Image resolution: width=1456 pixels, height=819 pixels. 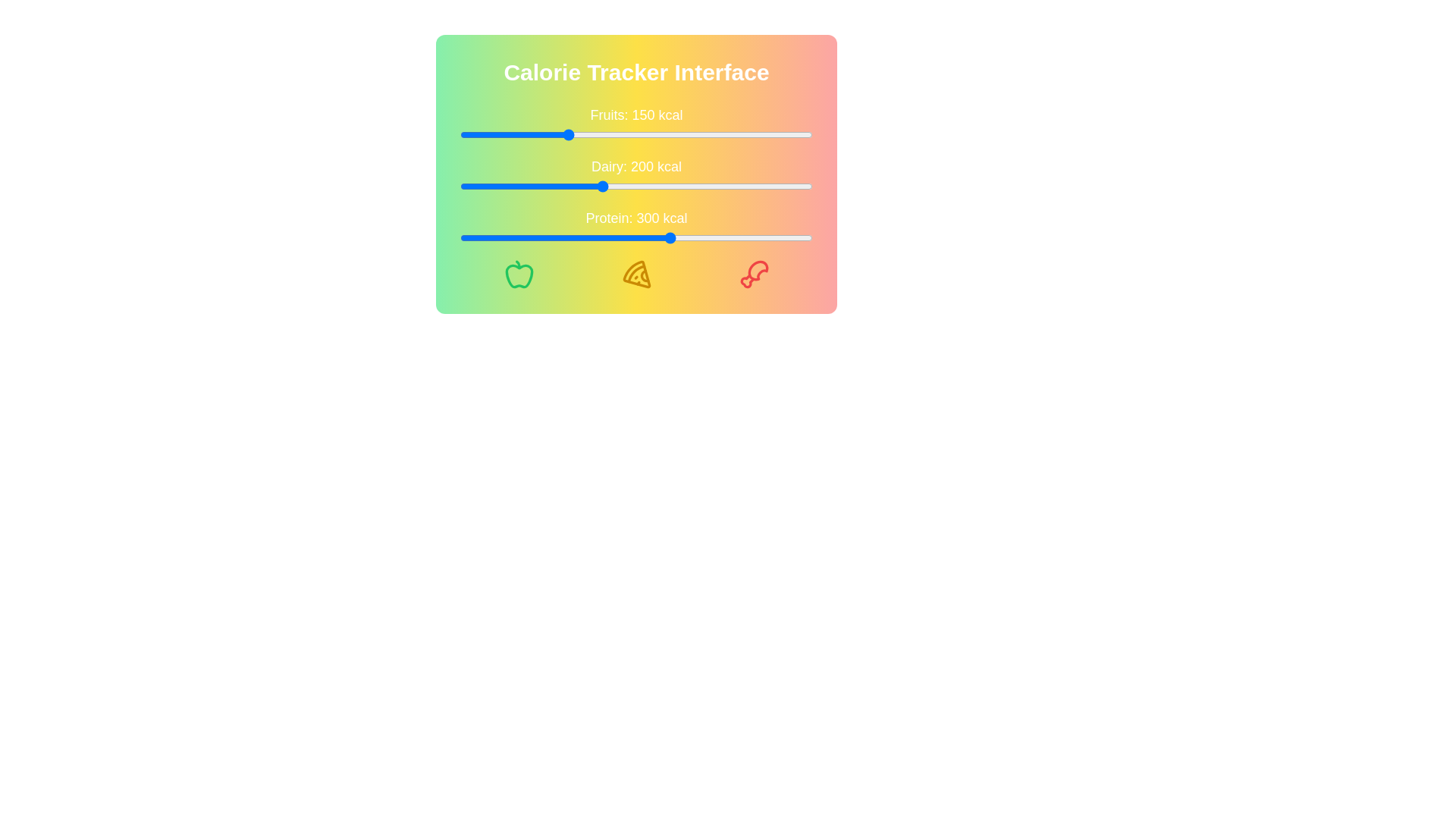 What do you see at coordinates (707, 237) in the screenshot?
I see `the Protein slider to 351 kcal` at bounding box center [707, 237].